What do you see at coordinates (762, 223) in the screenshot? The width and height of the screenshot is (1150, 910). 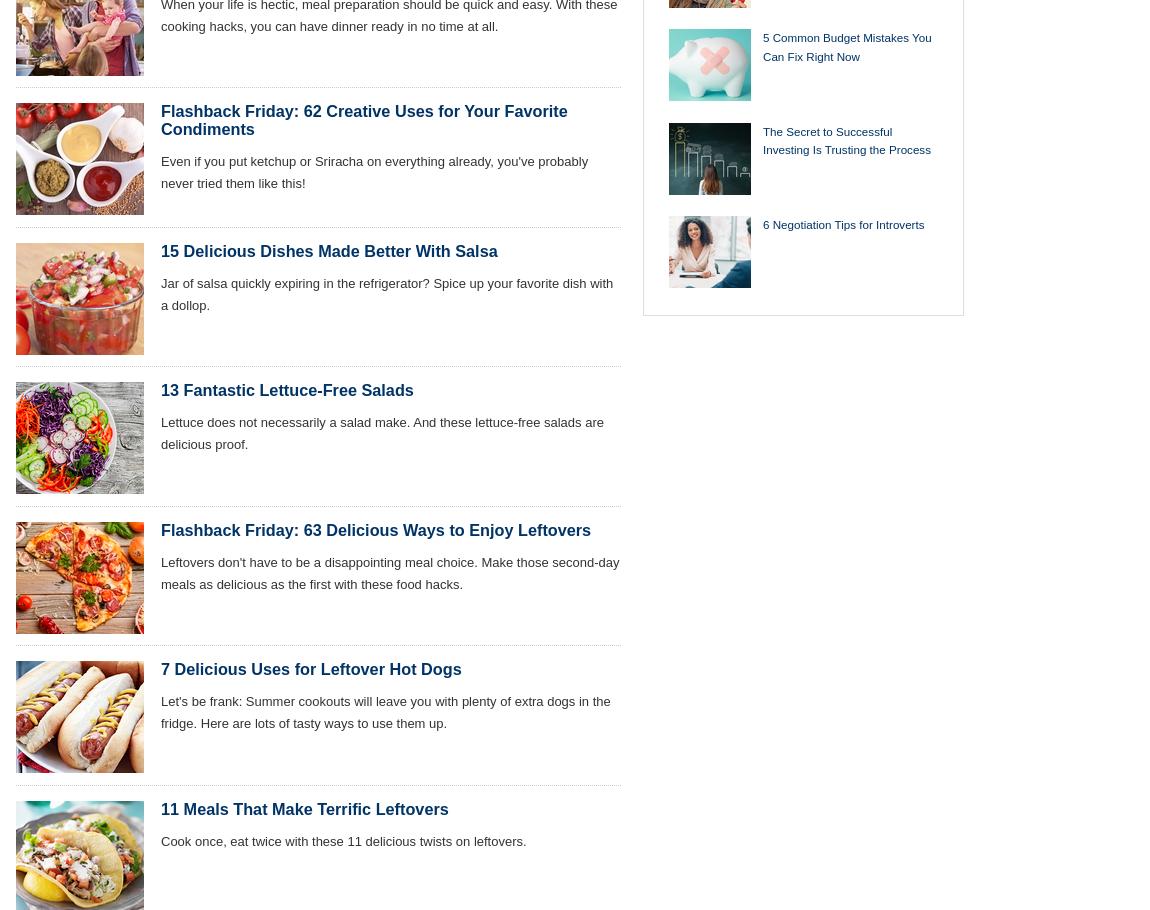 I see `'6 Negotiation Tips for Introverts'` at bounding box center [762, 223].